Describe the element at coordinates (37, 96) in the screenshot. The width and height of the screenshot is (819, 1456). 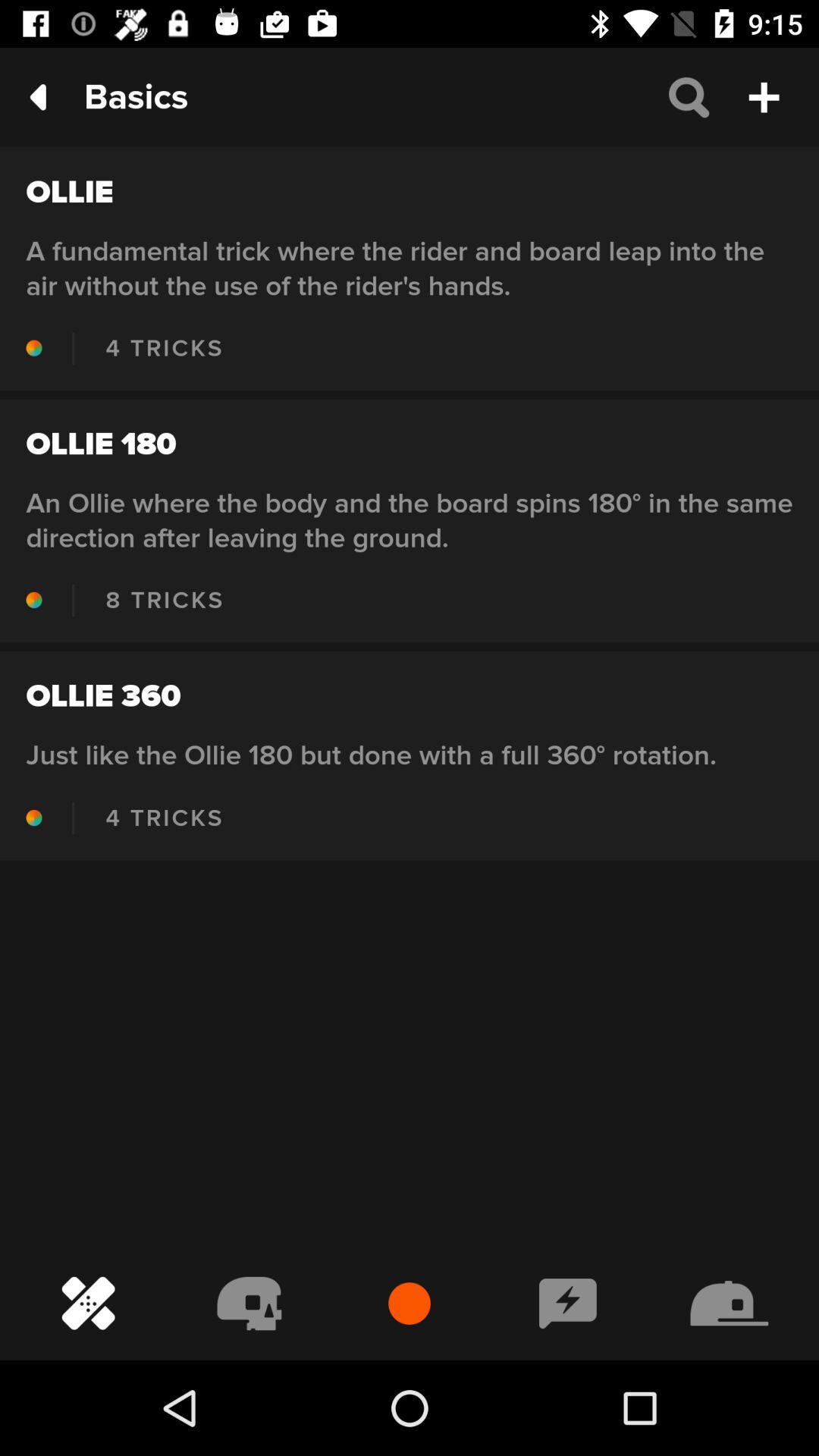
I see `the arrow_backward icon` at that location.